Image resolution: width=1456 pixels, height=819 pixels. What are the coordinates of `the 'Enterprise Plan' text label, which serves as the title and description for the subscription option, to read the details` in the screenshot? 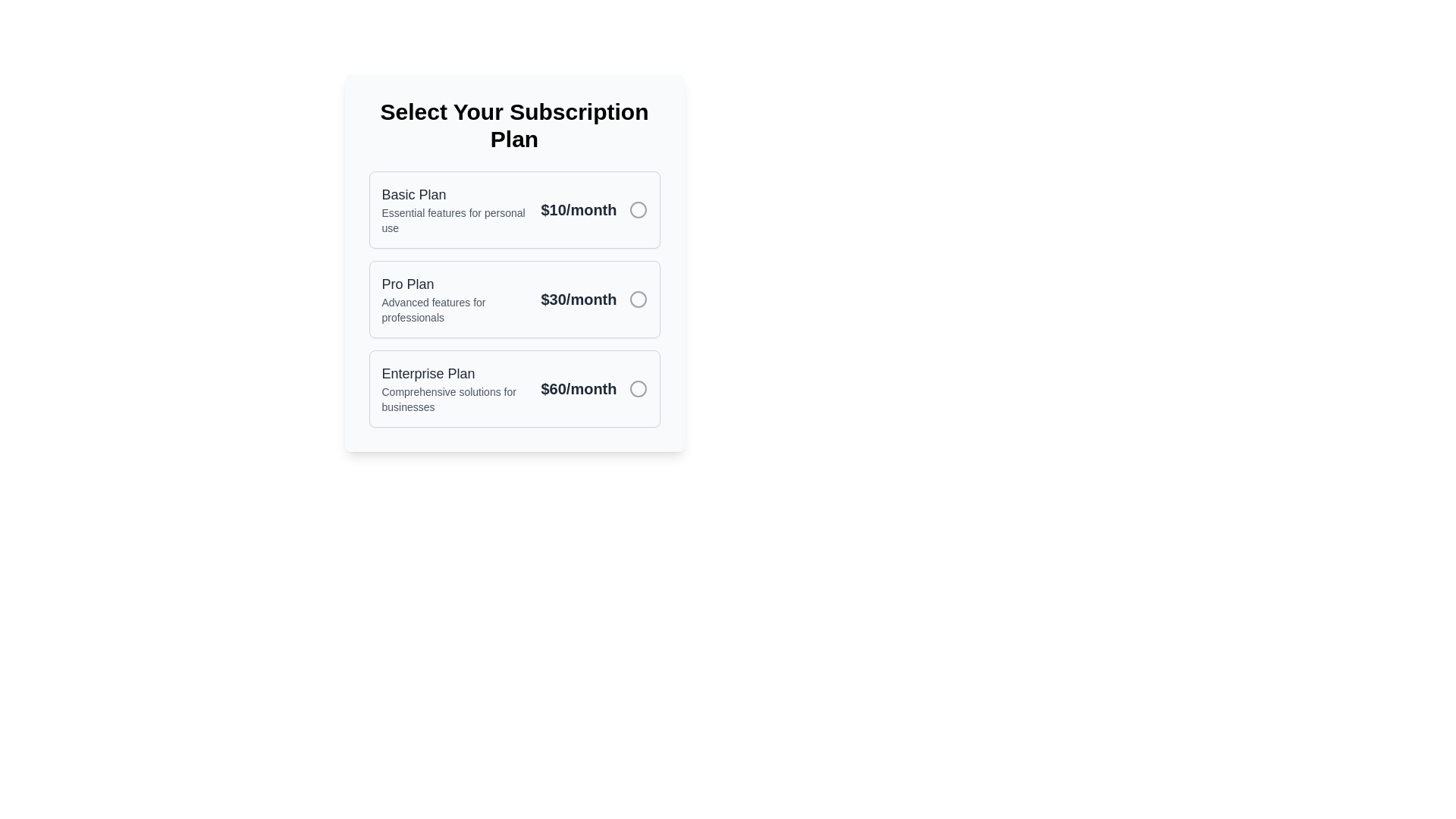 It's located at (454, 388).